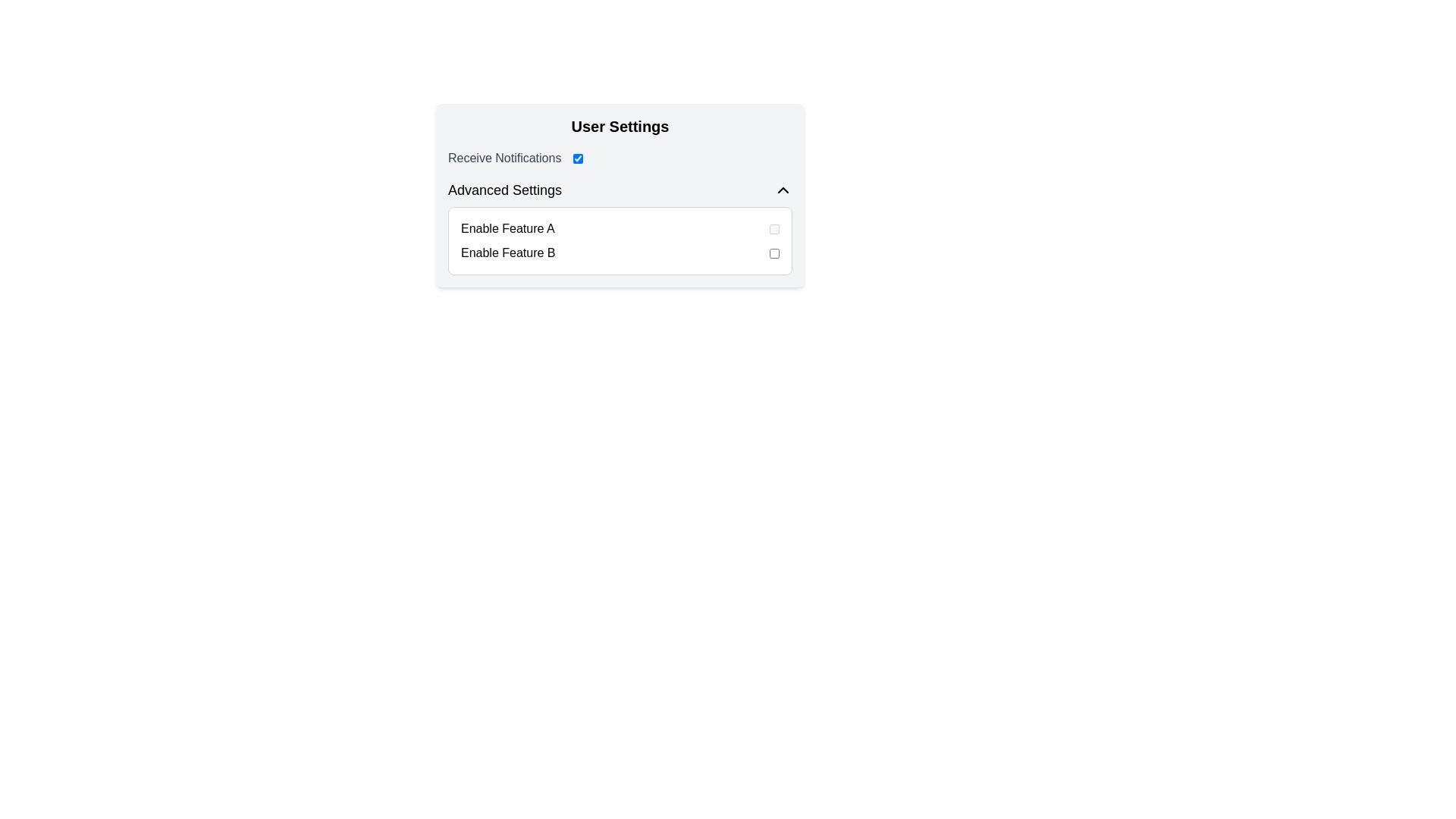 Image resolution: width=1456 pixels, height=819 pixels. I want to click on the toggle switch styled as a checkbox located to the right of the text 'Enable Feature B' to change its state, so click(774, 253).